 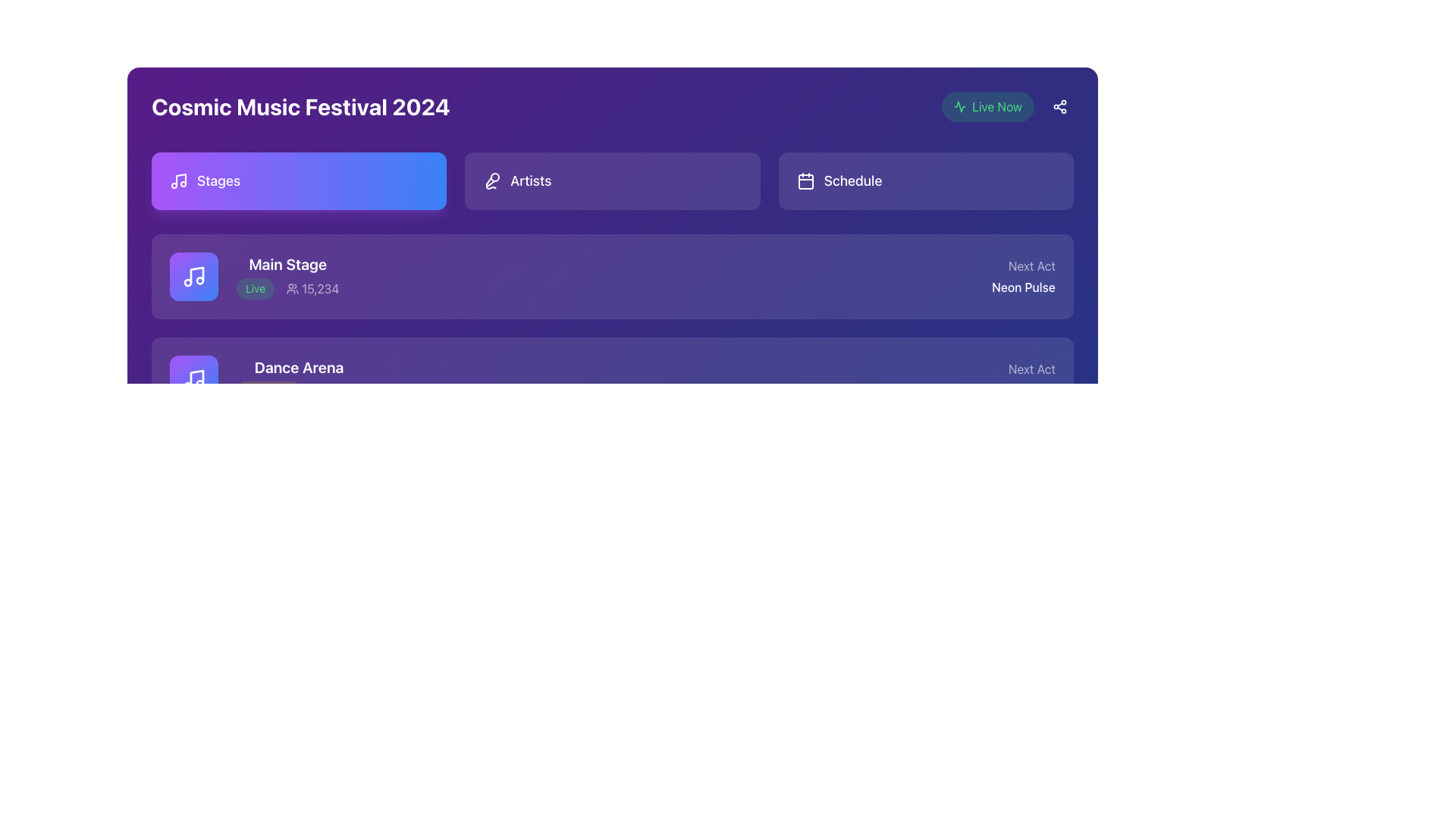 I want to click on the 'Dance Arena' icon representing the stage in the Cosmic Music Festival 2024 interface, located to the left of the 'Dance Arena' text, so click(x=193, y=379).